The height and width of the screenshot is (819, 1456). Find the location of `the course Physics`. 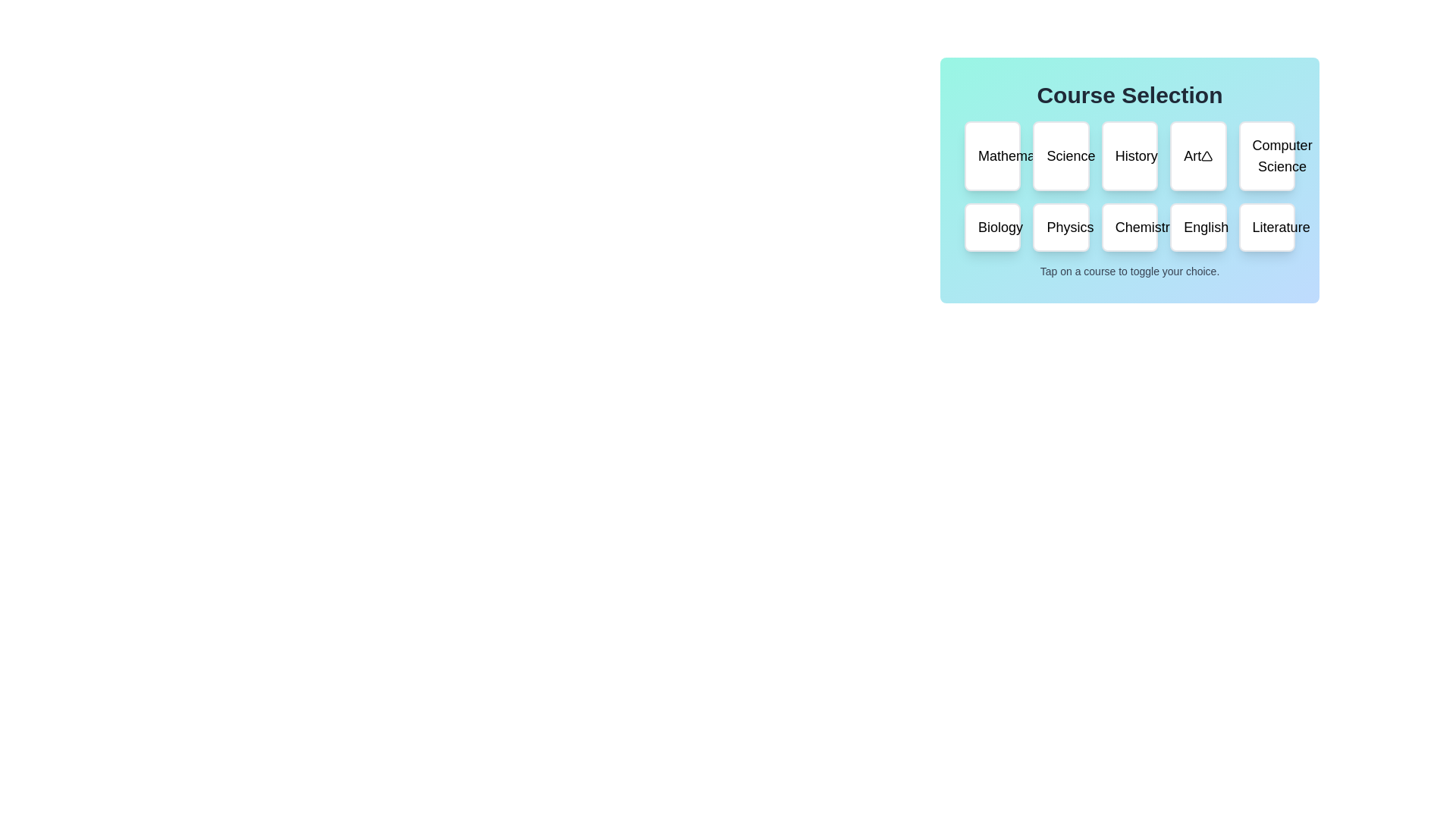

the course Physics is located at coordinates (1059, 227).